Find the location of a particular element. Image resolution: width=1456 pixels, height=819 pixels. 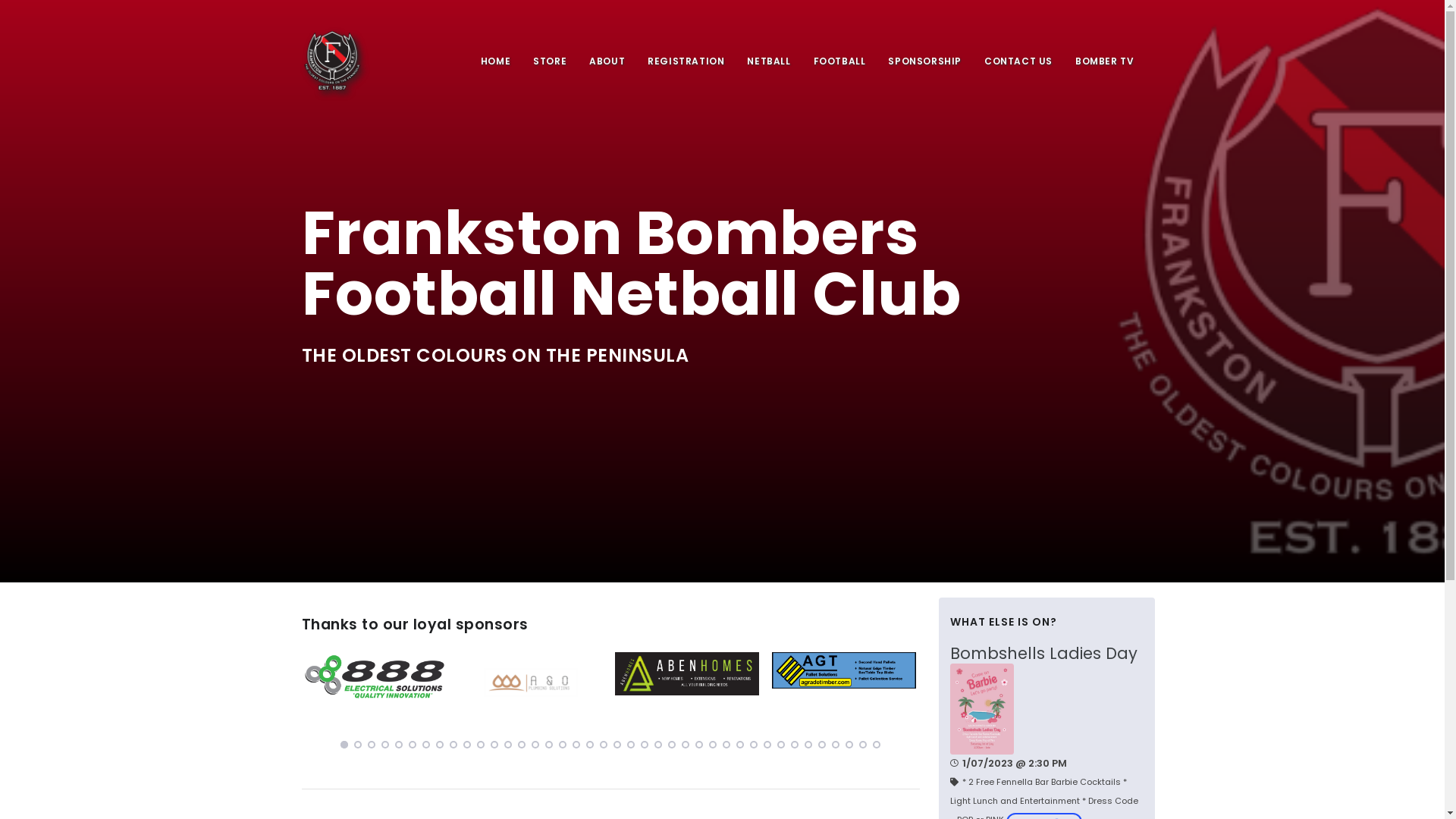

'ABOUT' is located at coordinates (607, 60).